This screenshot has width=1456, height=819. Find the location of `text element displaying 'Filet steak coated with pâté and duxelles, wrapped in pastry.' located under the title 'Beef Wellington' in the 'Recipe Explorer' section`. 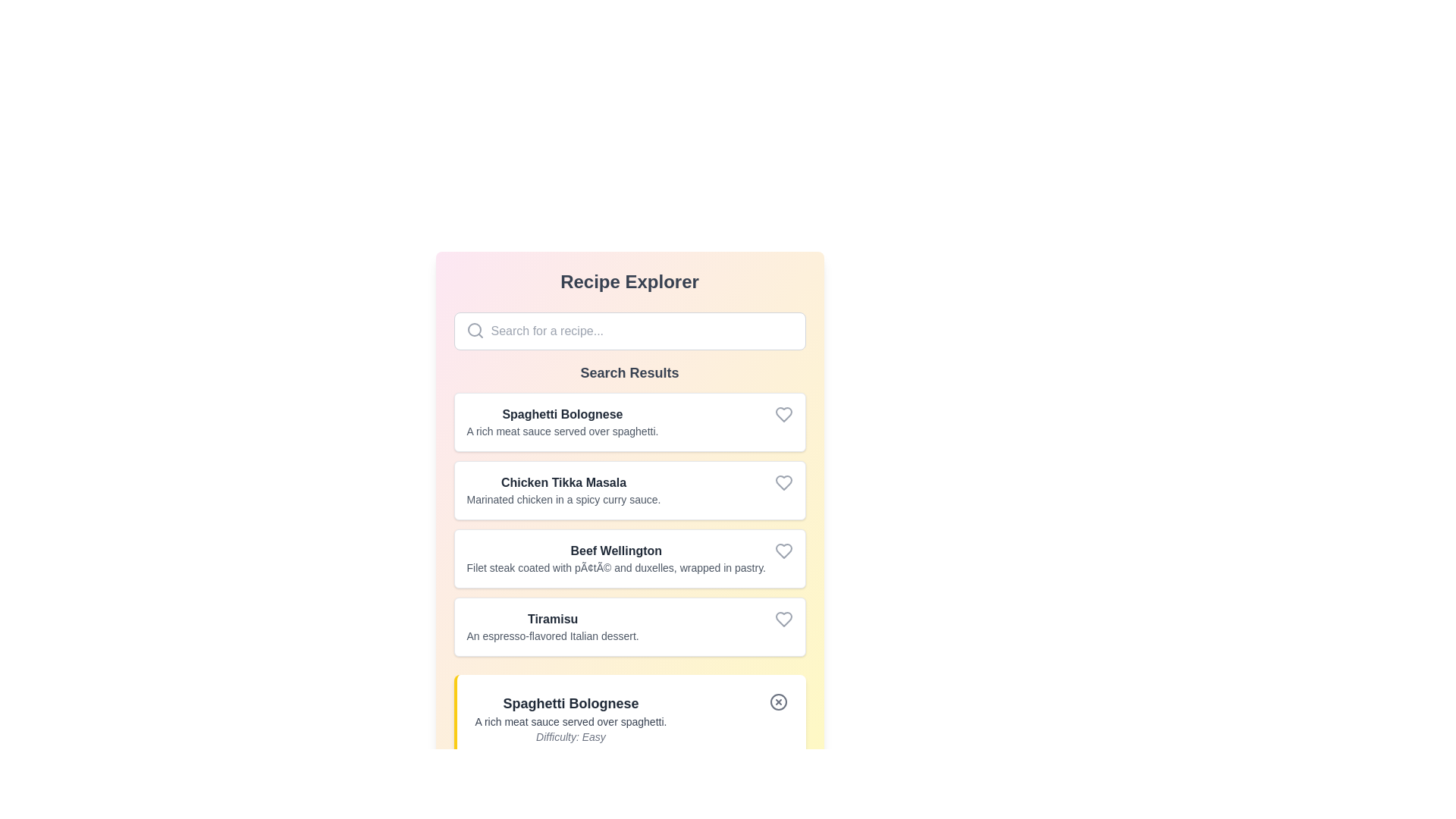

text element displaying 'Filet steak coated with pâté and duxelles, wrapped in pastry.' located under the title 'Beef Wellington' in the 'Recipe Explorer' section is located at coordinates (616, 567).